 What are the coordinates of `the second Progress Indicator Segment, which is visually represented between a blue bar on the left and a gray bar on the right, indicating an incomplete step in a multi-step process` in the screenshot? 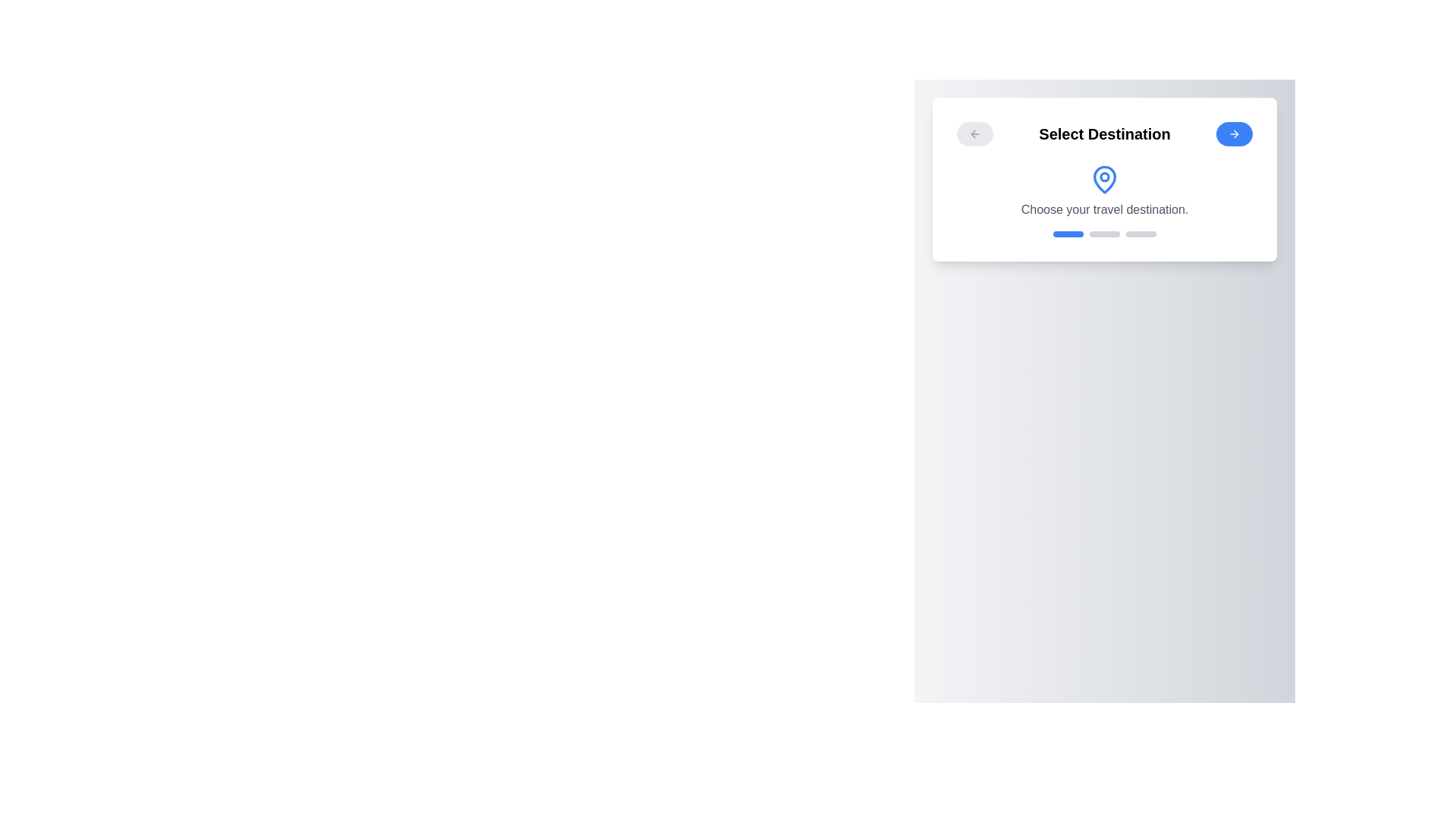 It's located at (1105, 234).